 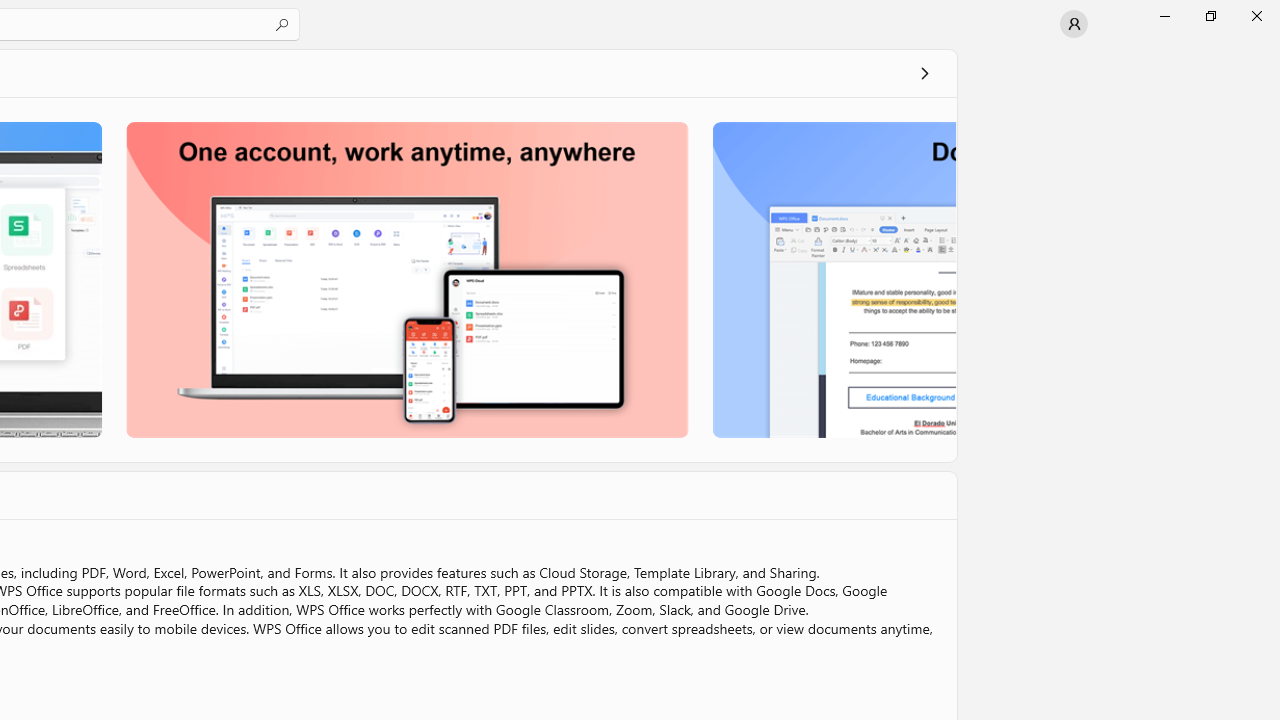 I want to click on 'Screenshot 2', so click(x=406, y=279).